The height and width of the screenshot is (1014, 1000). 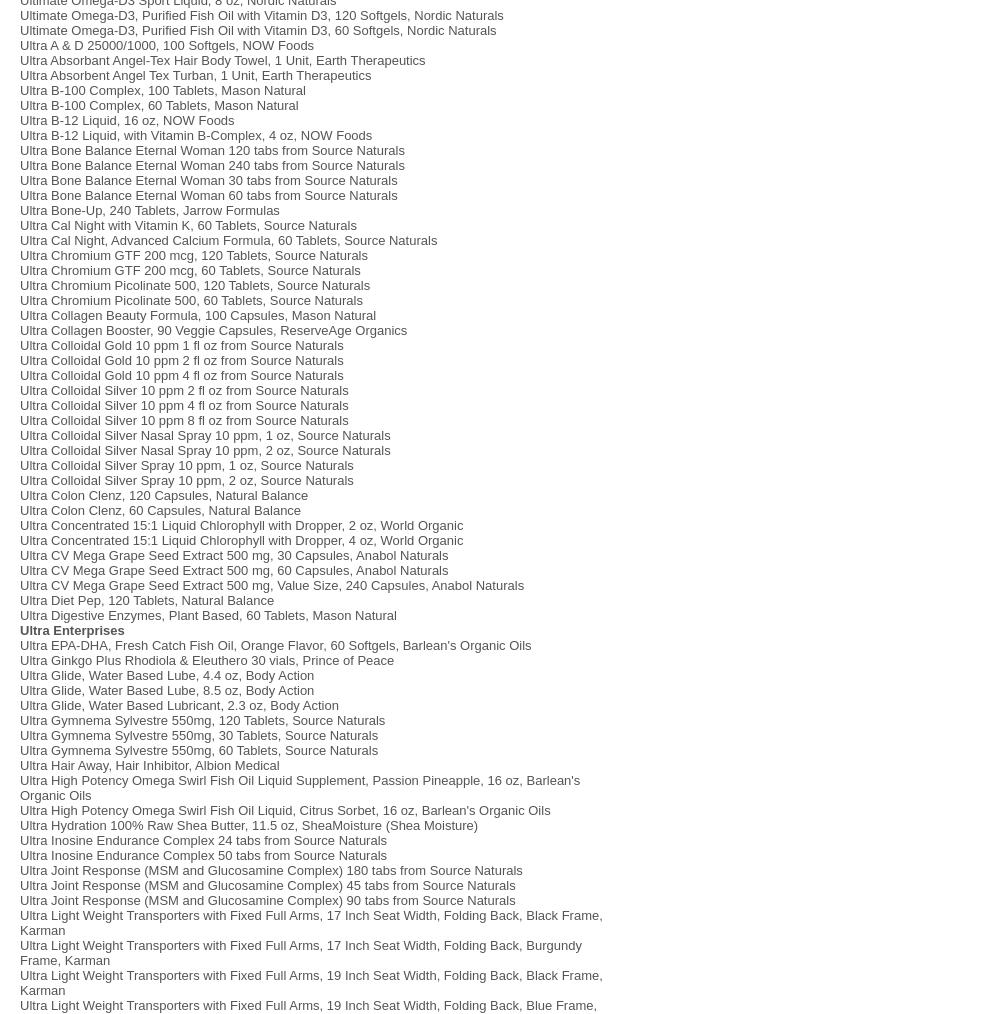 What do you see at coordinates (300, 952) in the screenshot?
I see `'Ultra Light Weight Transporters with Fixed Full Arms, 17 Inch Seat Width, Folding Back, Burgundy Frame, Karman'` at bounding box center [300, 952].